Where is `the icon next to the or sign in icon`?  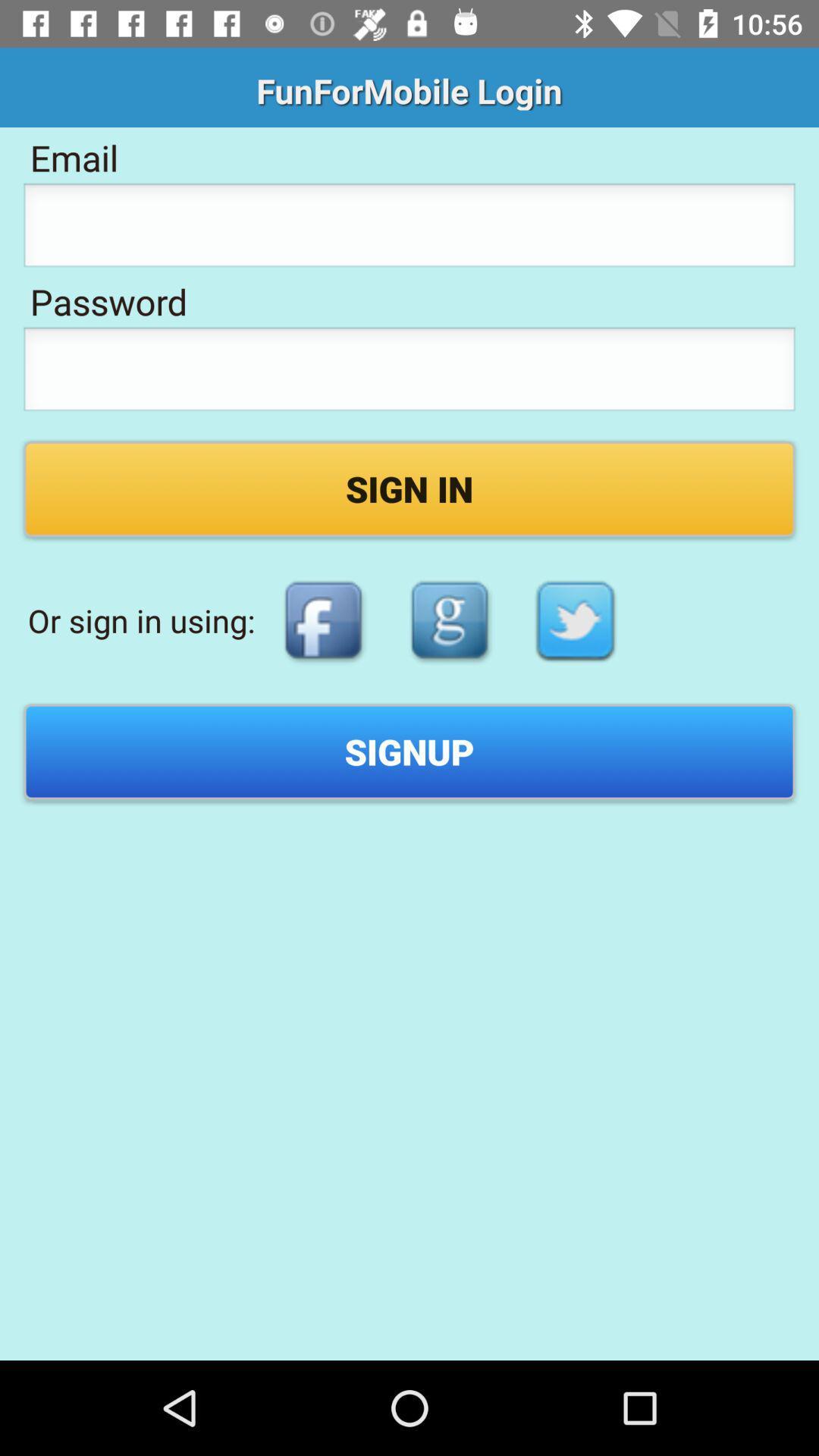
the icon next to the or sign in icon is located at coordinates (322, 620).